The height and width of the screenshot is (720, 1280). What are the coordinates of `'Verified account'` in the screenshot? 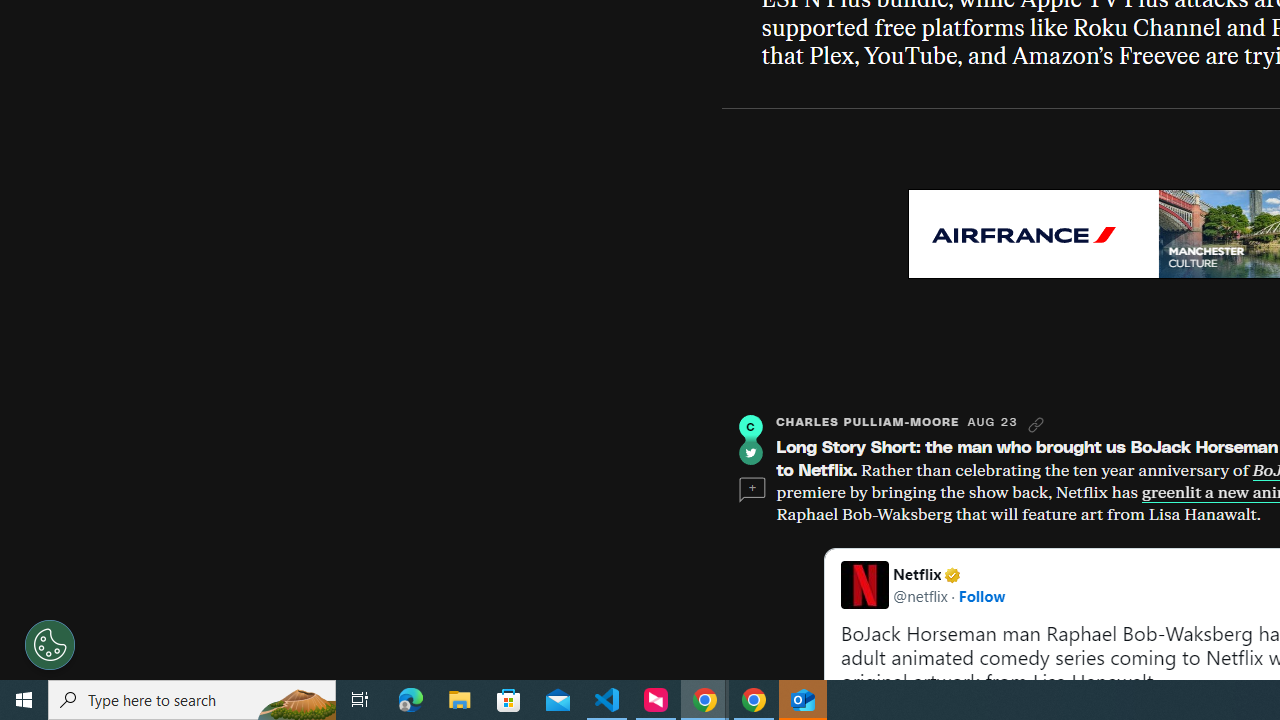 It's located at (951, 574).